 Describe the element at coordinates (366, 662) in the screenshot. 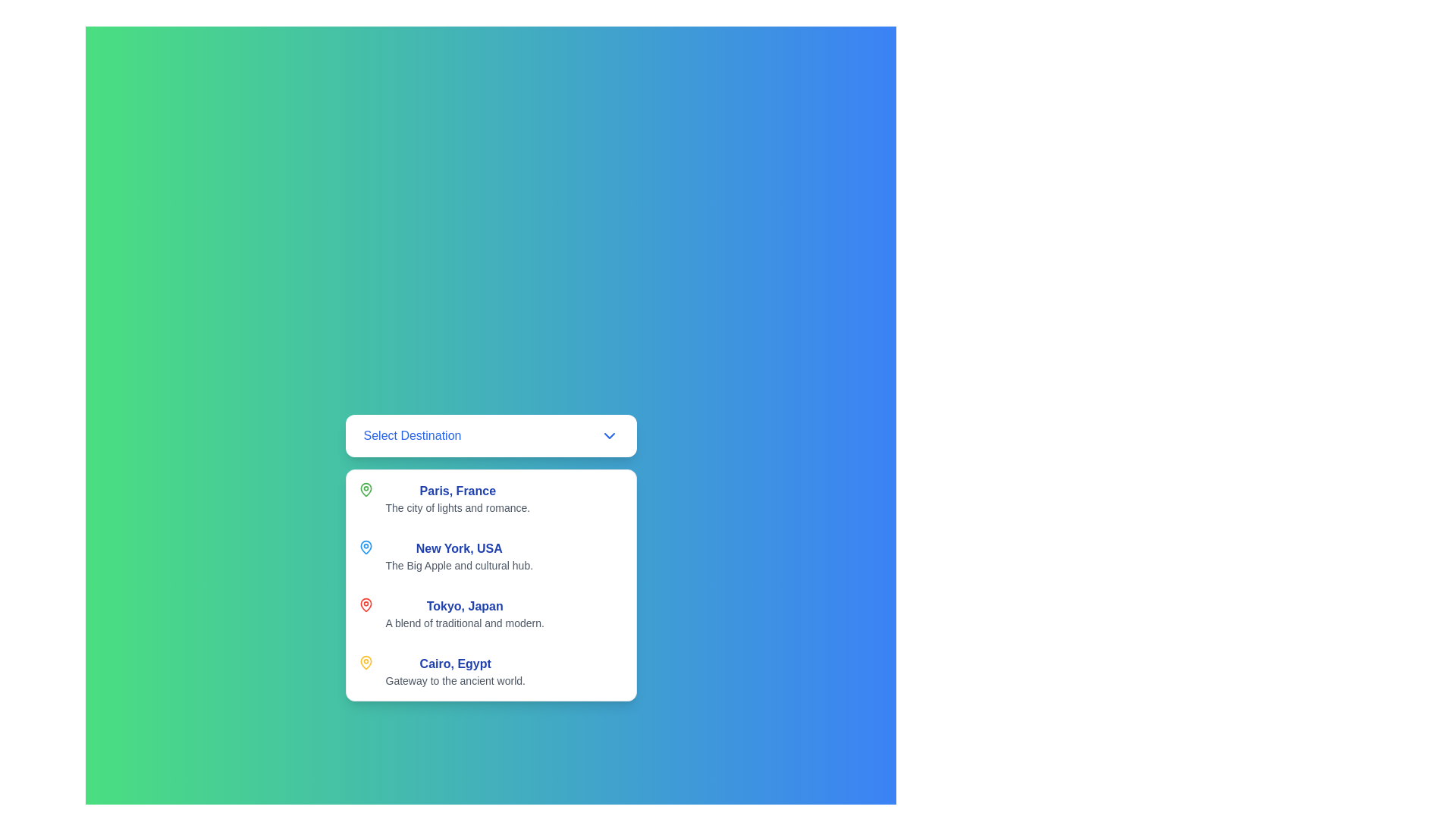

I see `the icon that identifies the 'Cairo, Egypt' destination option for accessibility purposes` at that location.